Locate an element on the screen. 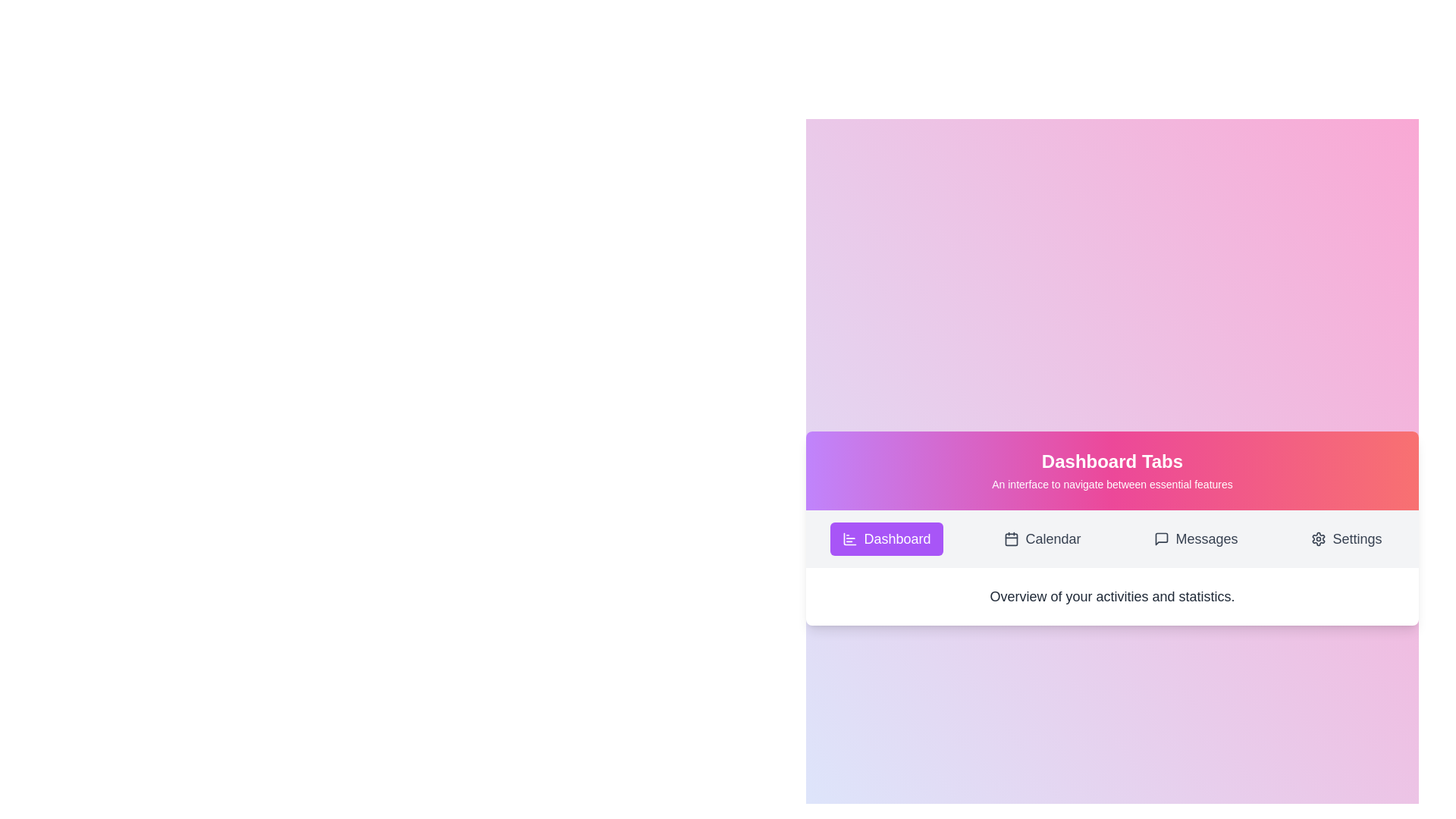 This screenshot has width=1456, height=819. text of the Text Label located in the navigation bar, positioned between the 'Dashboard' and 'Messages' sections is located at coordinates (1052, 538).